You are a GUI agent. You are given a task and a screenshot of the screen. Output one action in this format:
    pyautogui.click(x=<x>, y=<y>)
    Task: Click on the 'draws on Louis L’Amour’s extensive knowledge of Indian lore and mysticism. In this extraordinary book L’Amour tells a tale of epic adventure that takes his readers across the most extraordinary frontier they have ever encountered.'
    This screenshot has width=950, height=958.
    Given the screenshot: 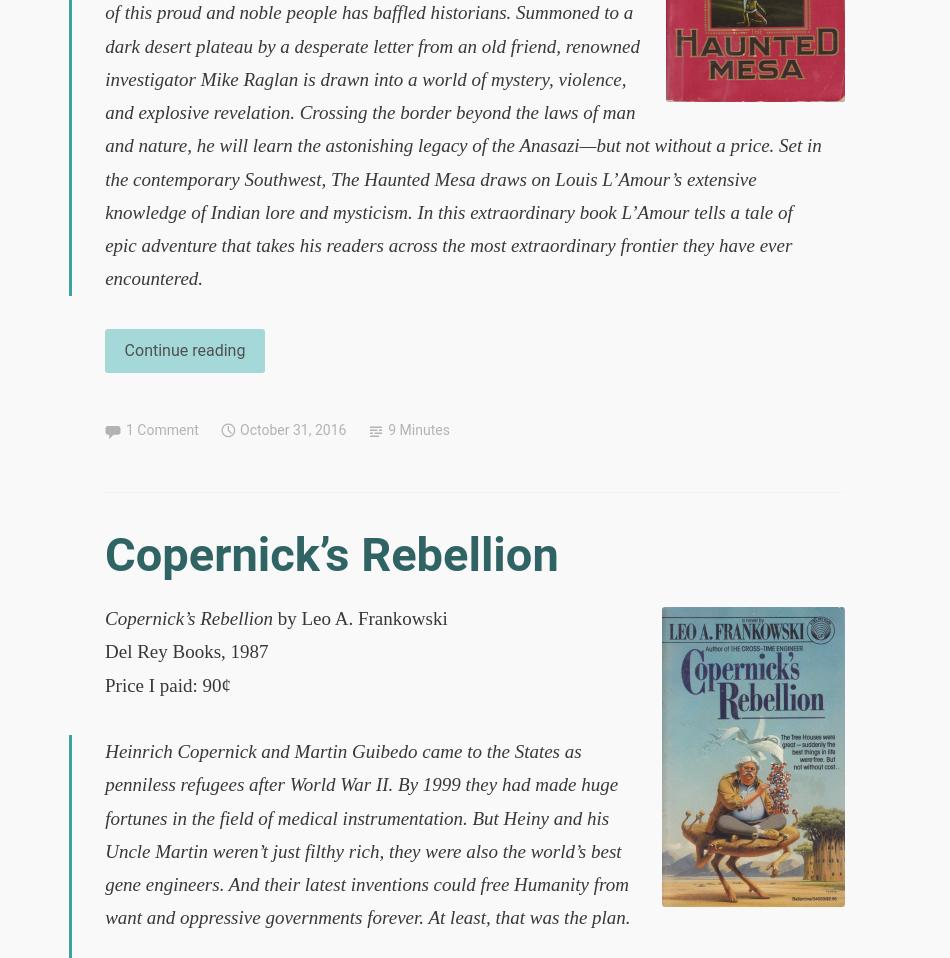 What is the action you would take?
    pyautogui.click(x=104, y=227)
    